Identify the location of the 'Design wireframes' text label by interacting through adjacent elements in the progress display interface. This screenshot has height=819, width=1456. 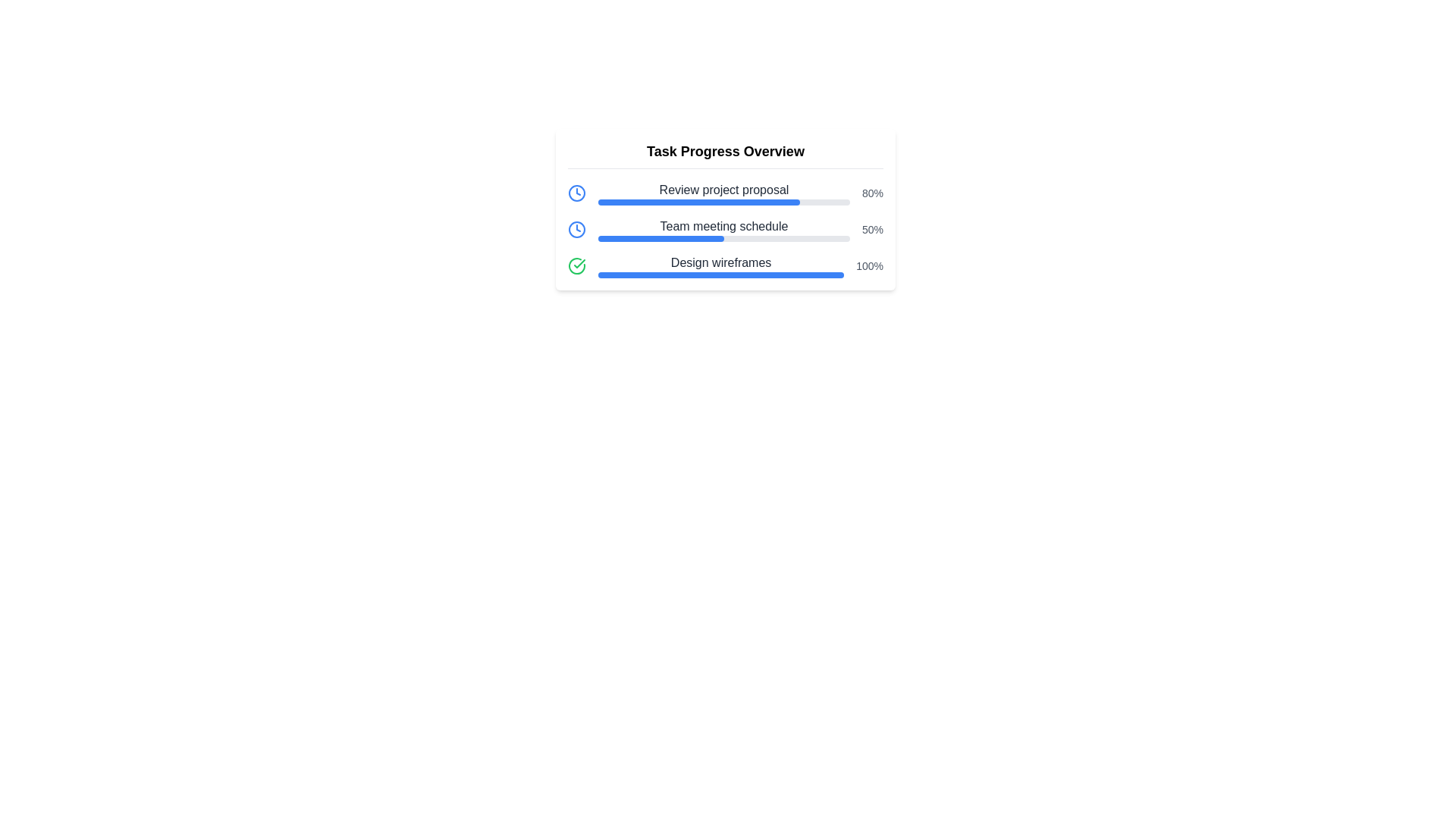
(720, 262).